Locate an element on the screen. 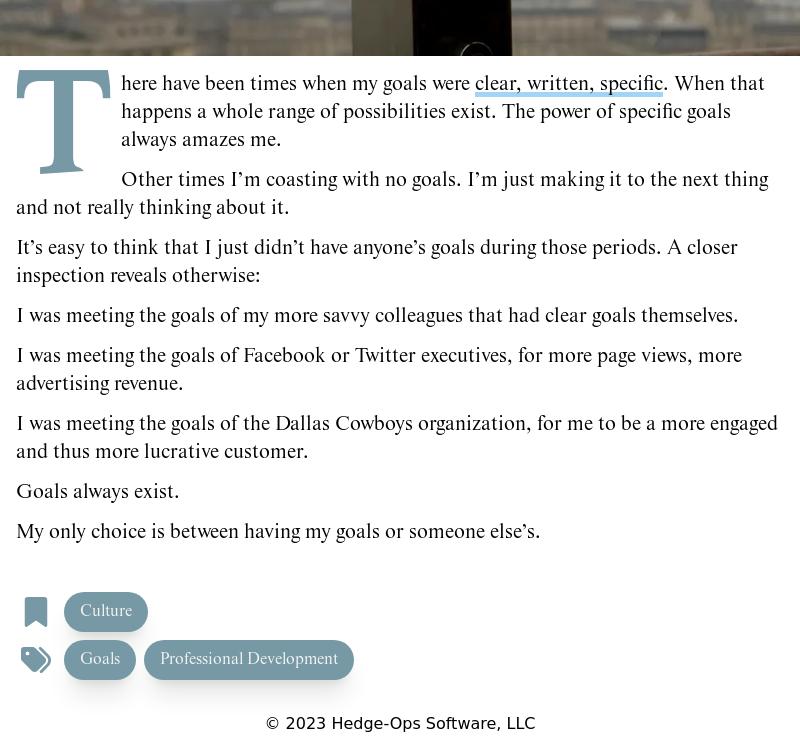  'Hedge-Ops Software, LLC' is located at coordinates (430, 723).